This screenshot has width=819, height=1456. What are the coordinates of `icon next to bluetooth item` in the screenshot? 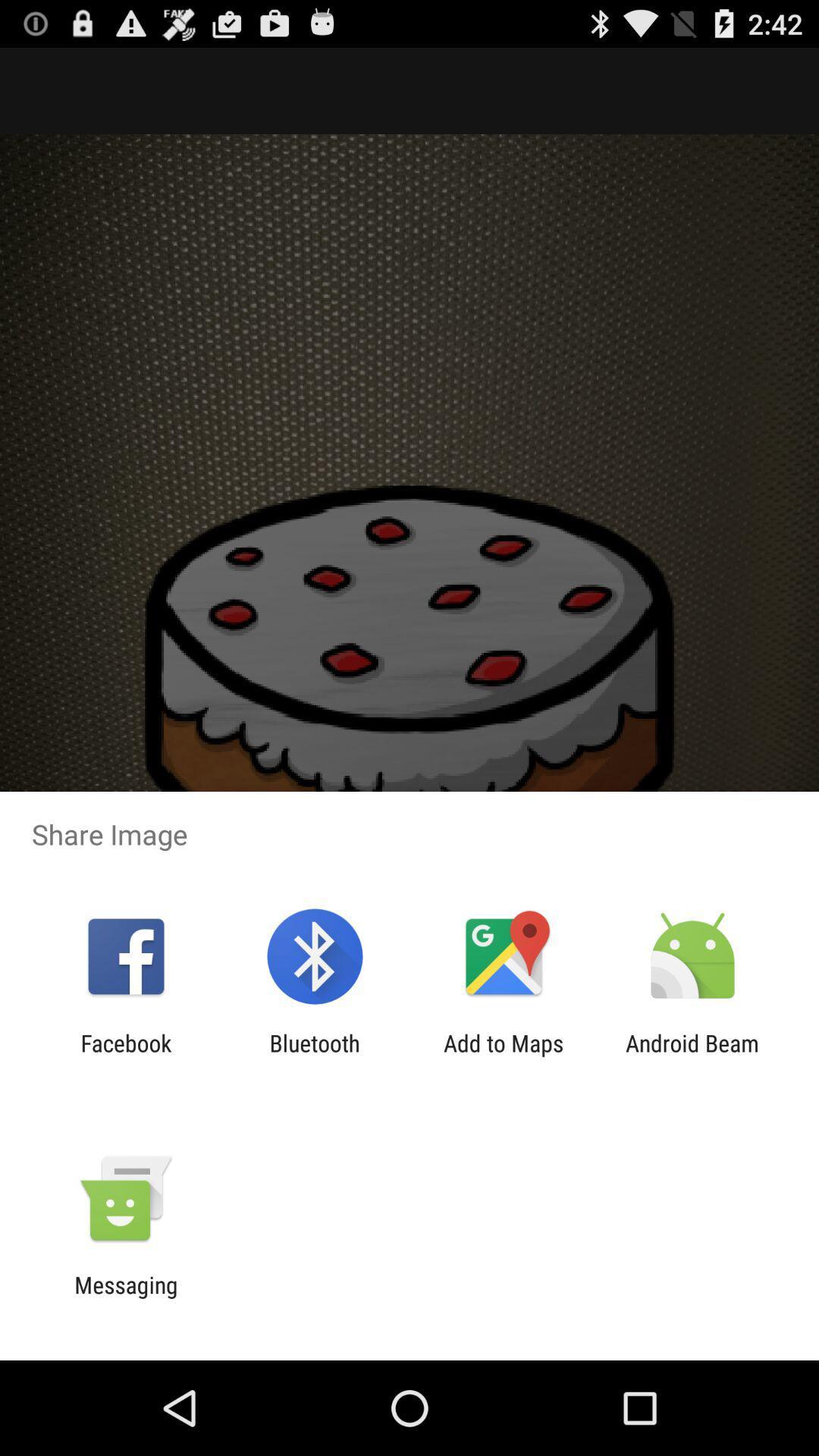 It's located at (504, 1056).